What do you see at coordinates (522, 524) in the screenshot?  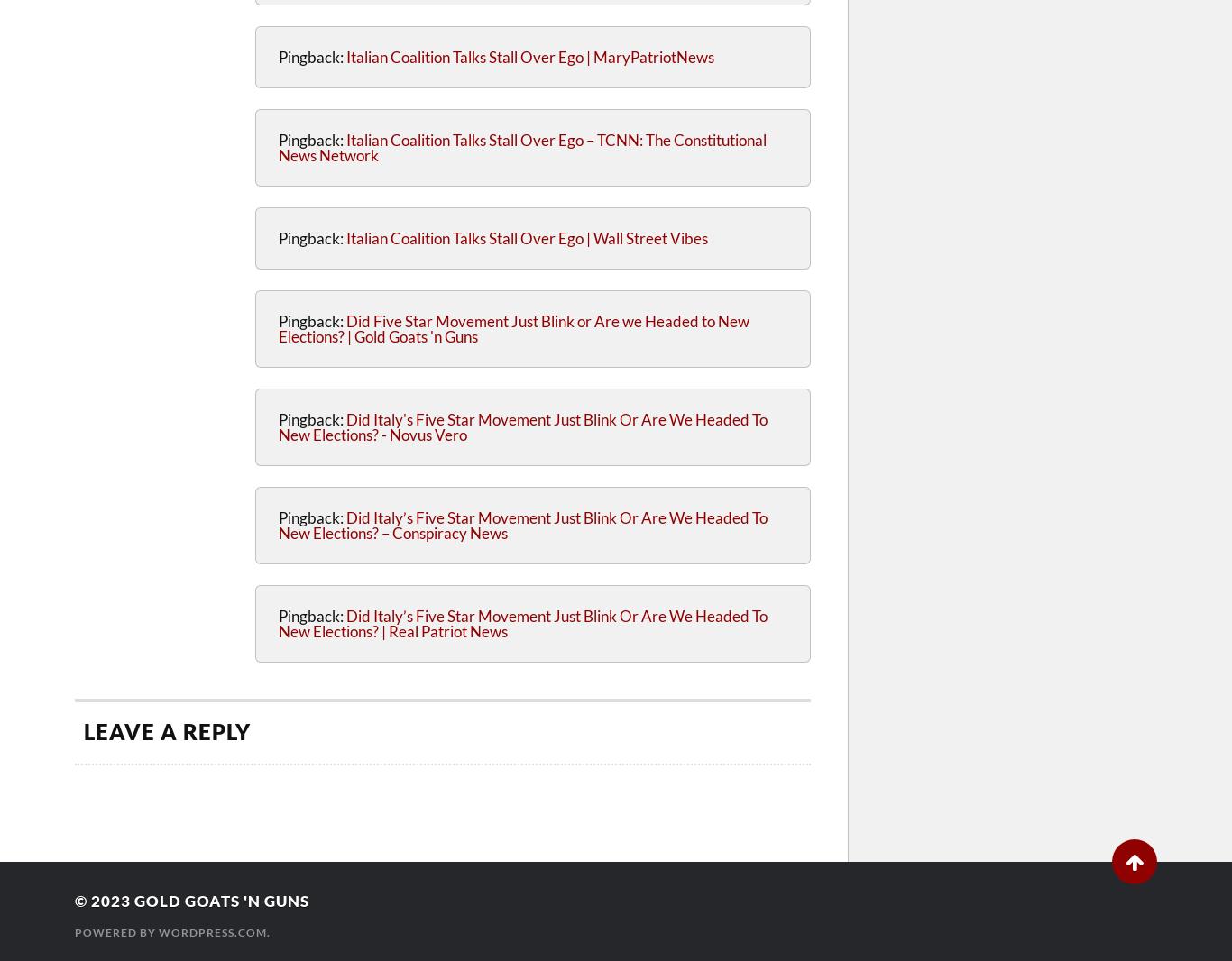 I see `'Did Italy’s Five Star Movement Just Blink Or Are We Headed To New Elections? – Conspiracy News'` at bounding box center [522, 524].